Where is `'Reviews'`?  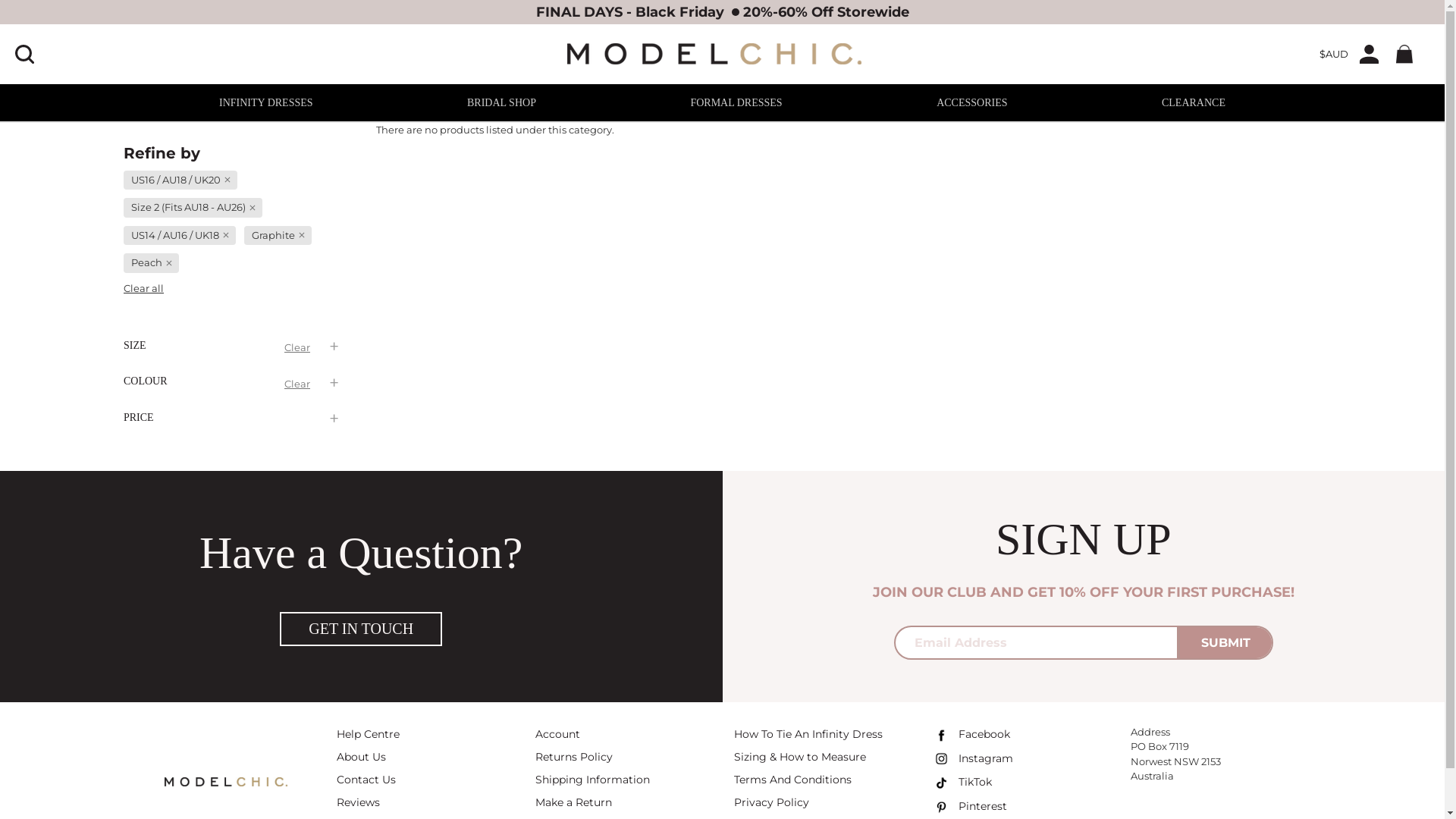 'Reviews' is located at coordinates (357, 803).